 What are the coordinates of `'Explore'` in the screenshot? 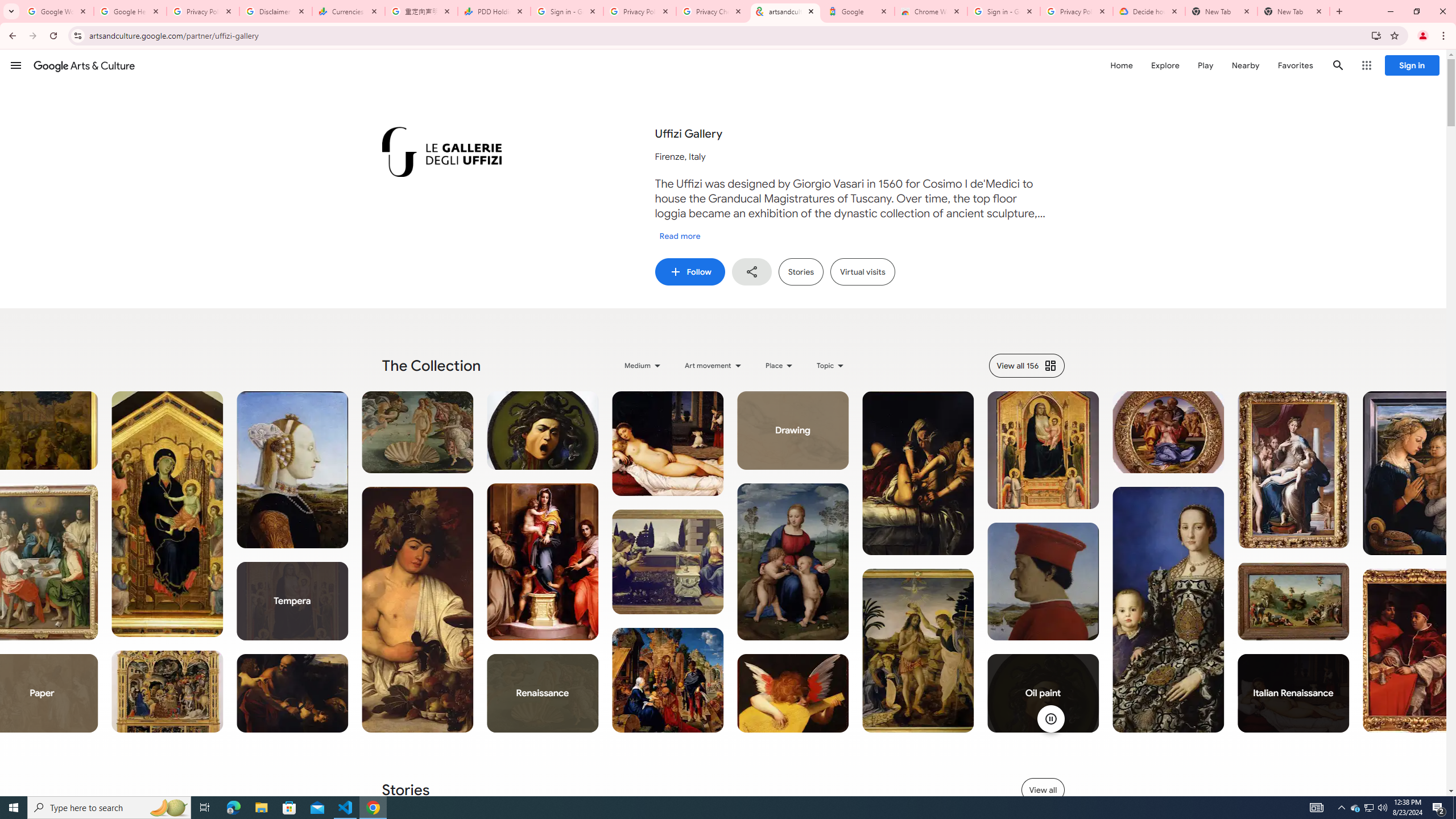 It's located at (1164, 65).